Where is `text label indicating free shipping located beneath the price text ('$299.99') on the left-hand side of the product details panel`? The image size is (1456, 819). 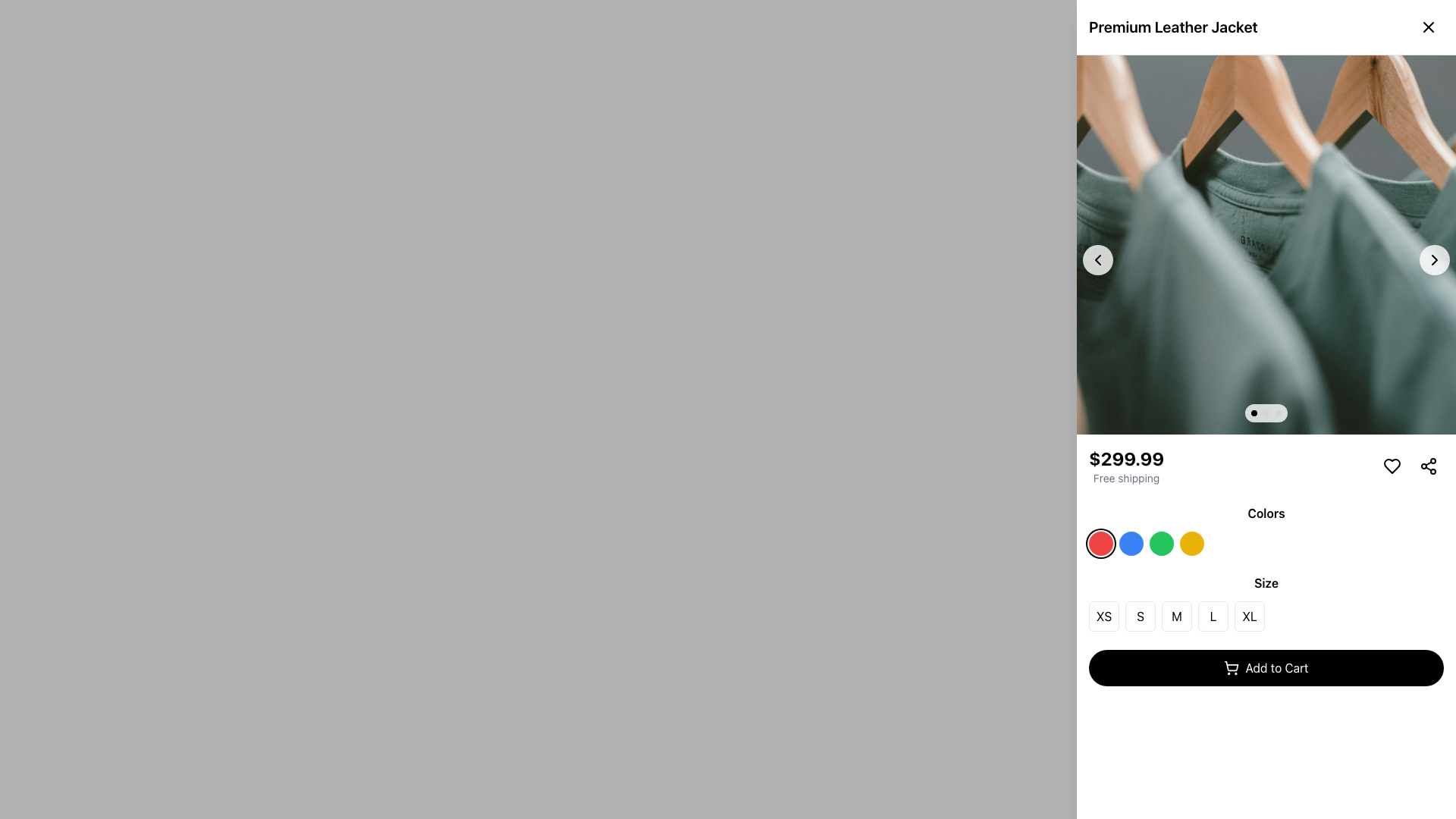
text label indicating free shipping located beneath the price text ('$299.99') on the left-hand side of the product details panel is located at coordinates (1126, 479).